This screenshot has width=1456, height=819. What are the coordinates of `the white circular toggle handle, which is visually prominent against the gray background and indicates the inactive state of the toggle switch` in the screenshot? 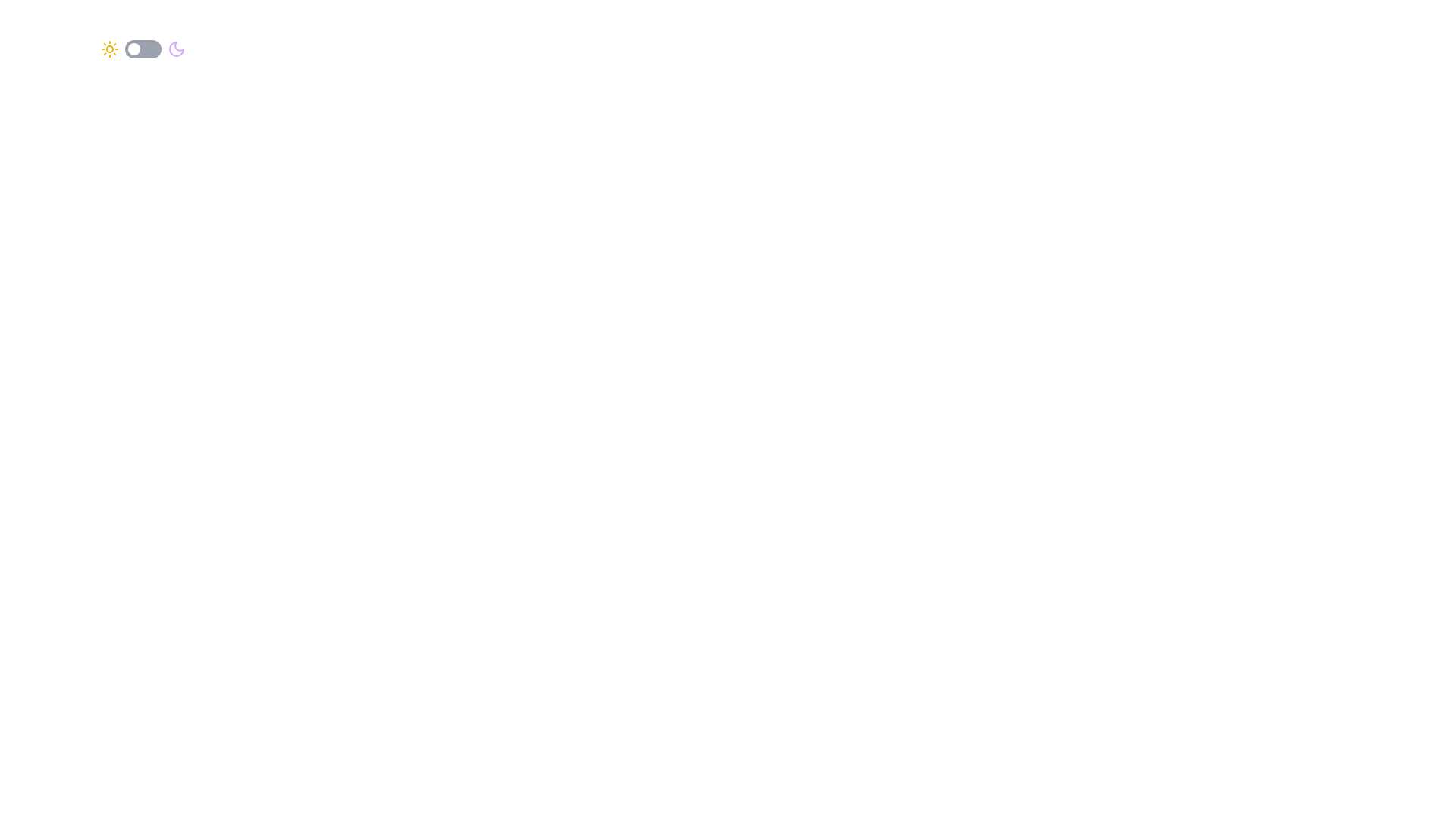 It's located at (134, 49).